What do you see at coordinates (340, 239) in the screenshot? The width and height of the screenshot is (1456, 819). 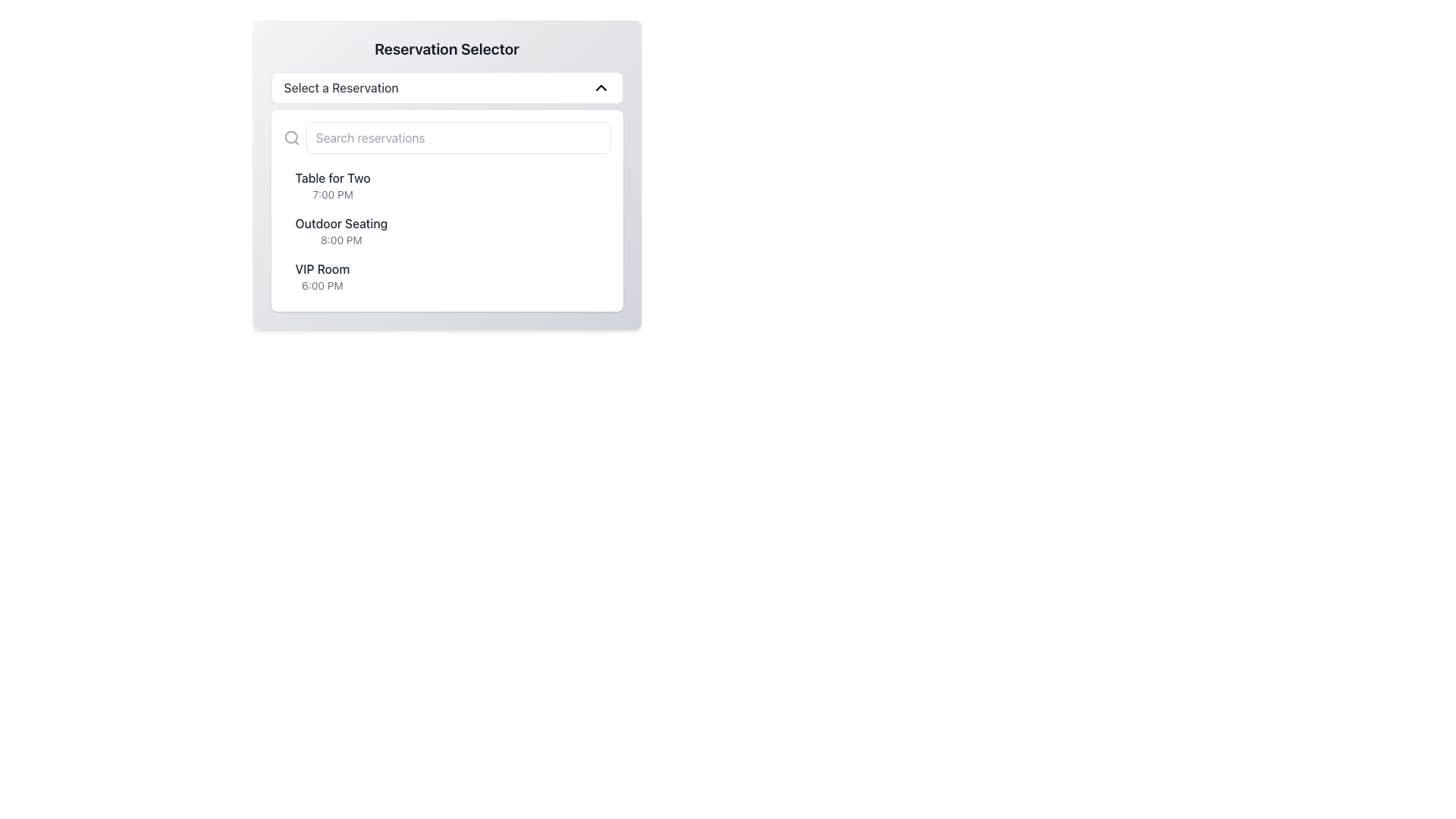 I see `text label displaying the reservation time for 'Outdoor Seating', which is the second option in the list of reservation options under 'Reservation Selector'` at bounding box center [340, 239].